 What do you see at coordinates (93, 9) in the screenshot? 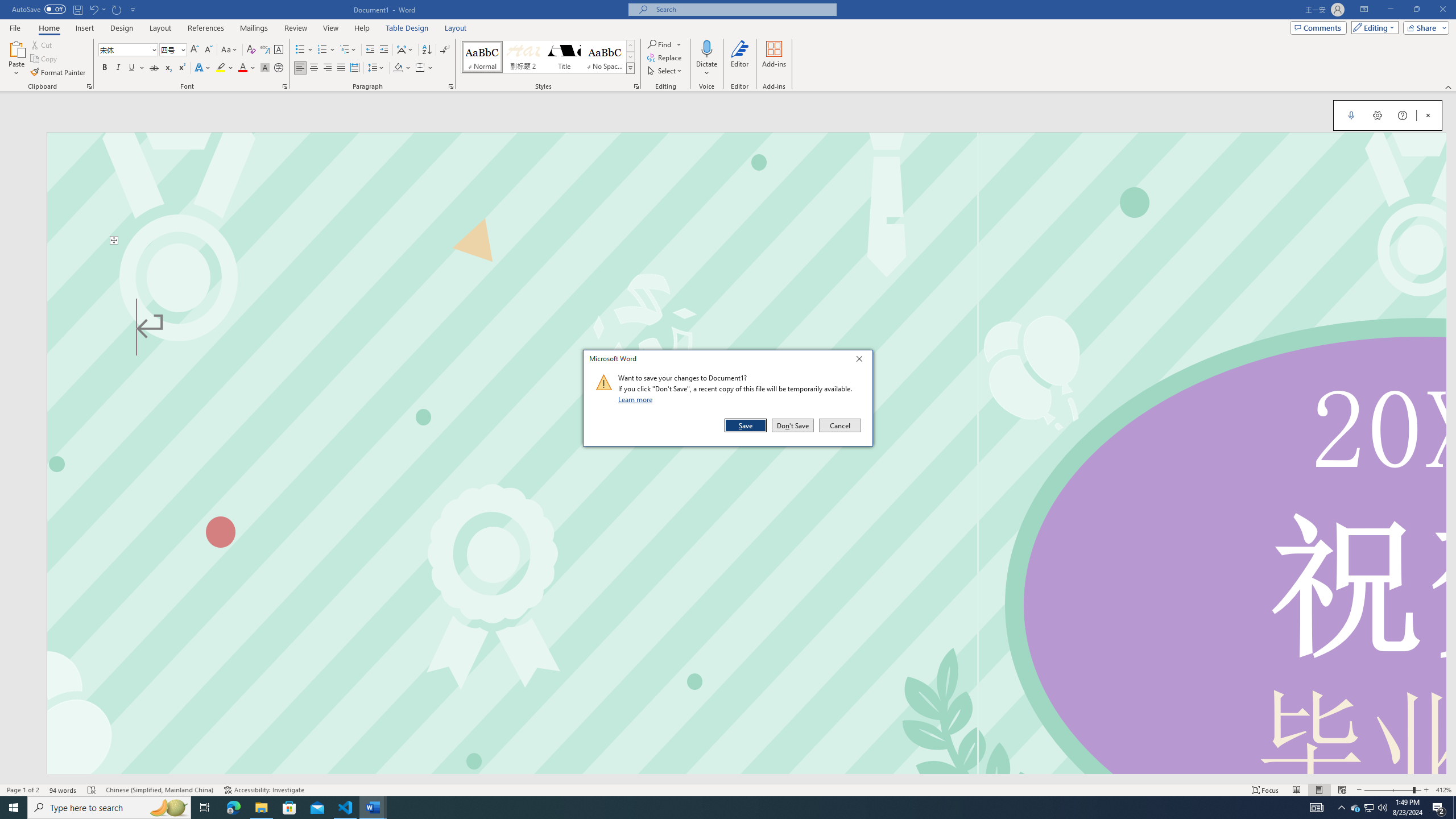
I see `'Undo Text Fill Effect'` at bounding box center [93, 9].